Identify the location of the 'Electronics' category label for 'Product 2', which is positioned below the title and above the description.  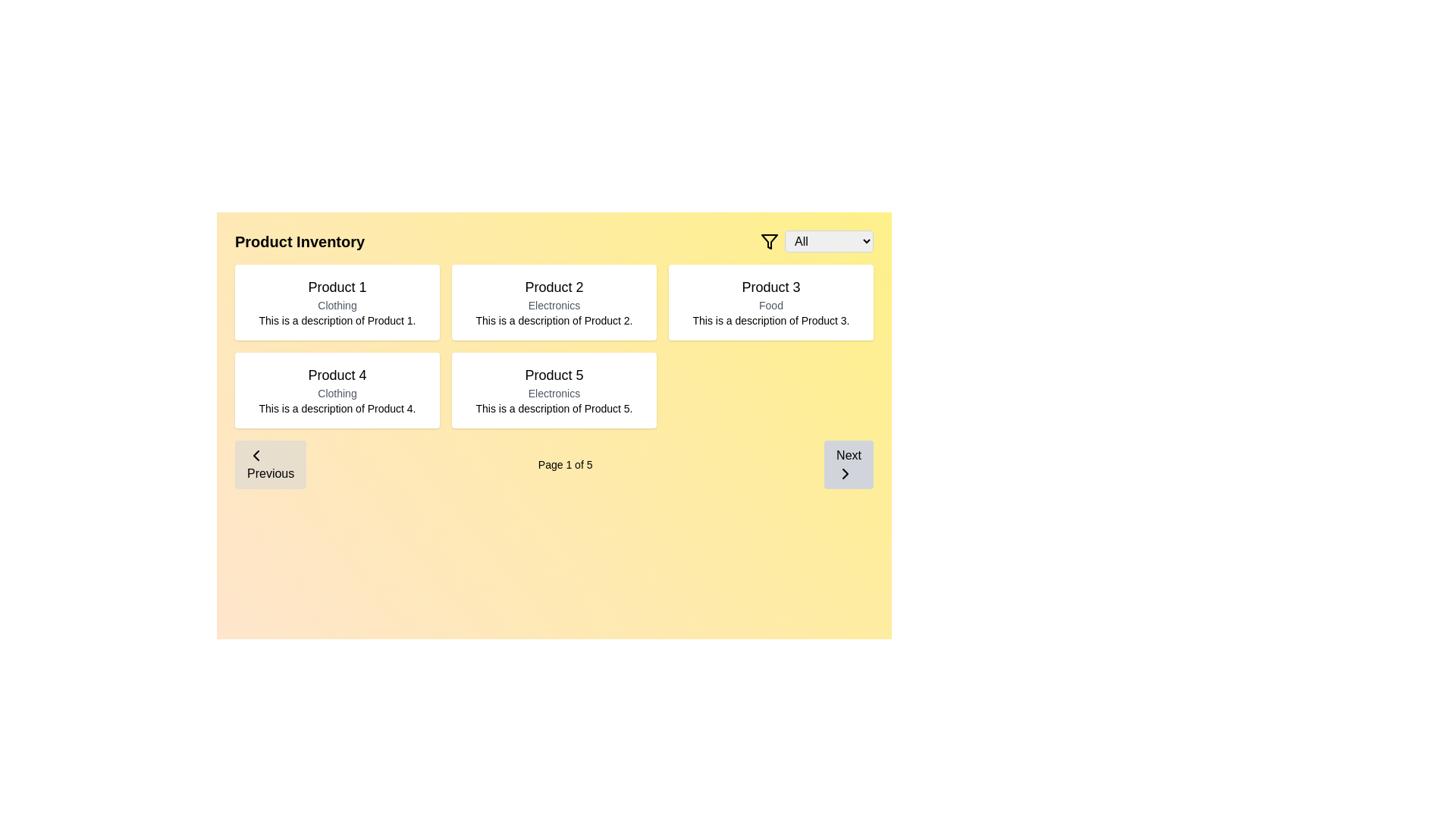
(553, 305).